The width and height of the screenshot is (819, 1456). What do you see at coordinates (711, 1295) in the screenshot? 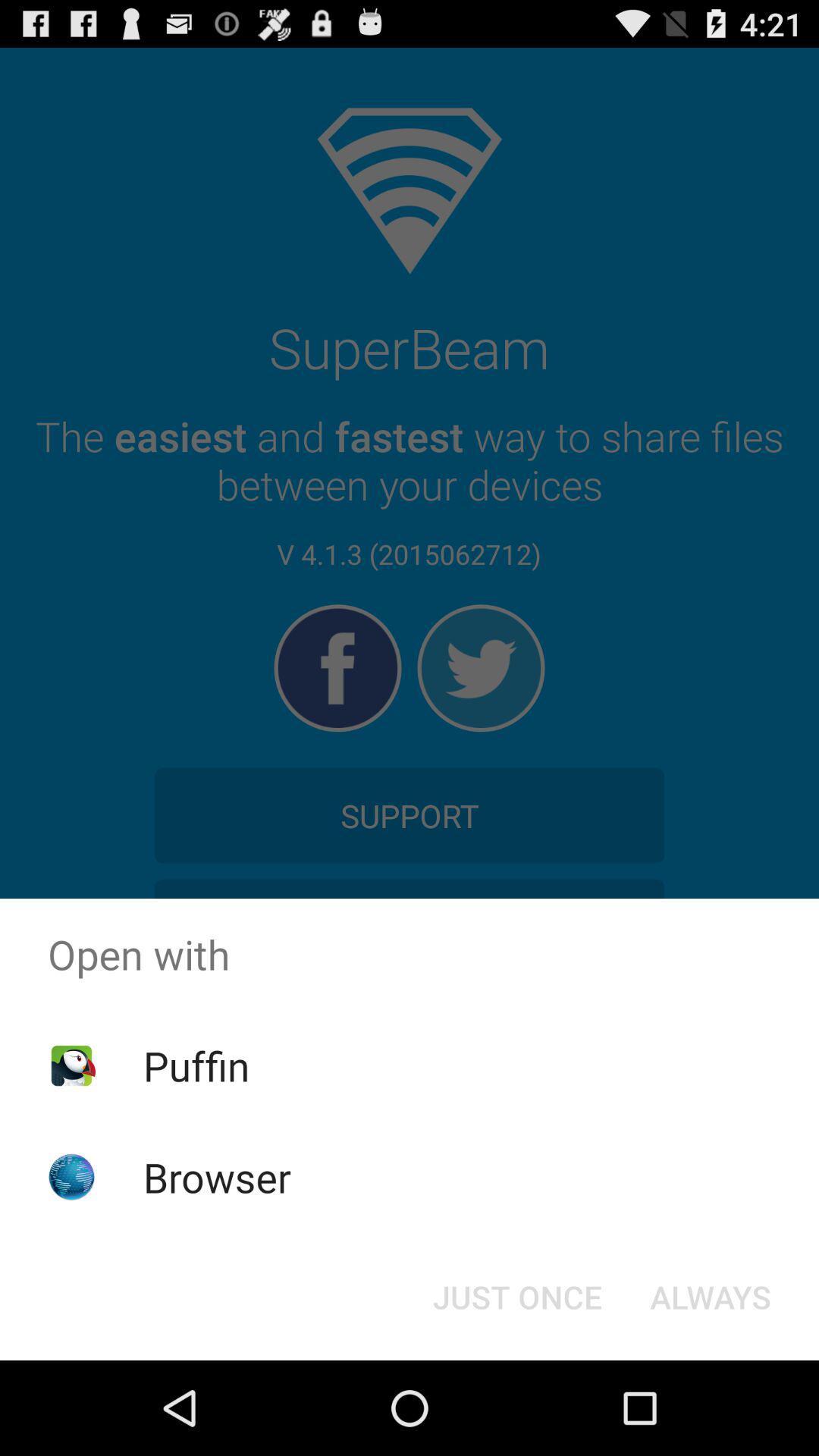
I see `the icon to the right of the just once icon` at bounding box center [711, 1295].